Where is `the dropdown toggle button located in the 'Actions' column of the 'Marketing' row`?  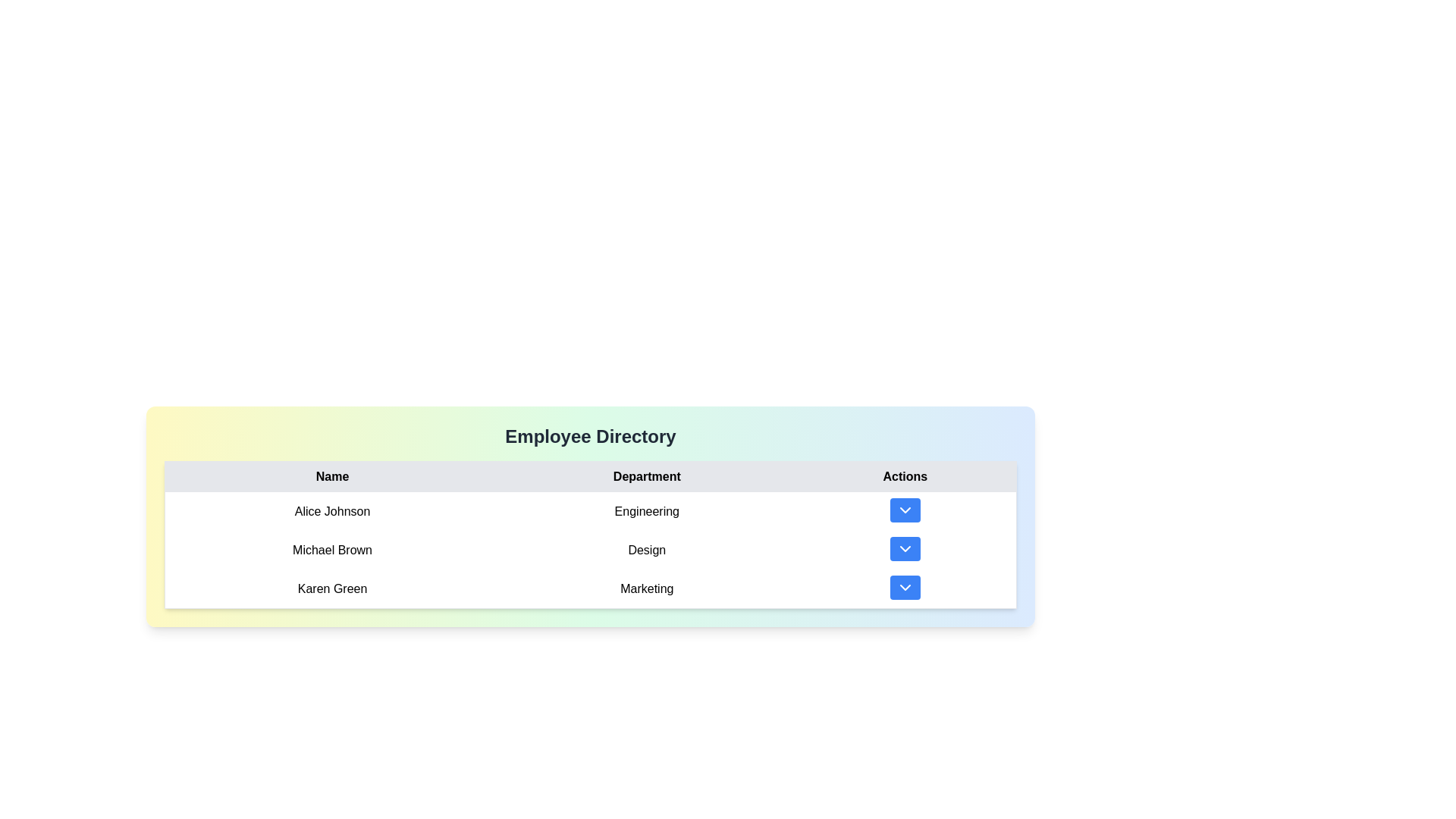 the dropdown toggle button located in the 'Actions' column of the 'Marketing' row is located at coordinates (905, 587).